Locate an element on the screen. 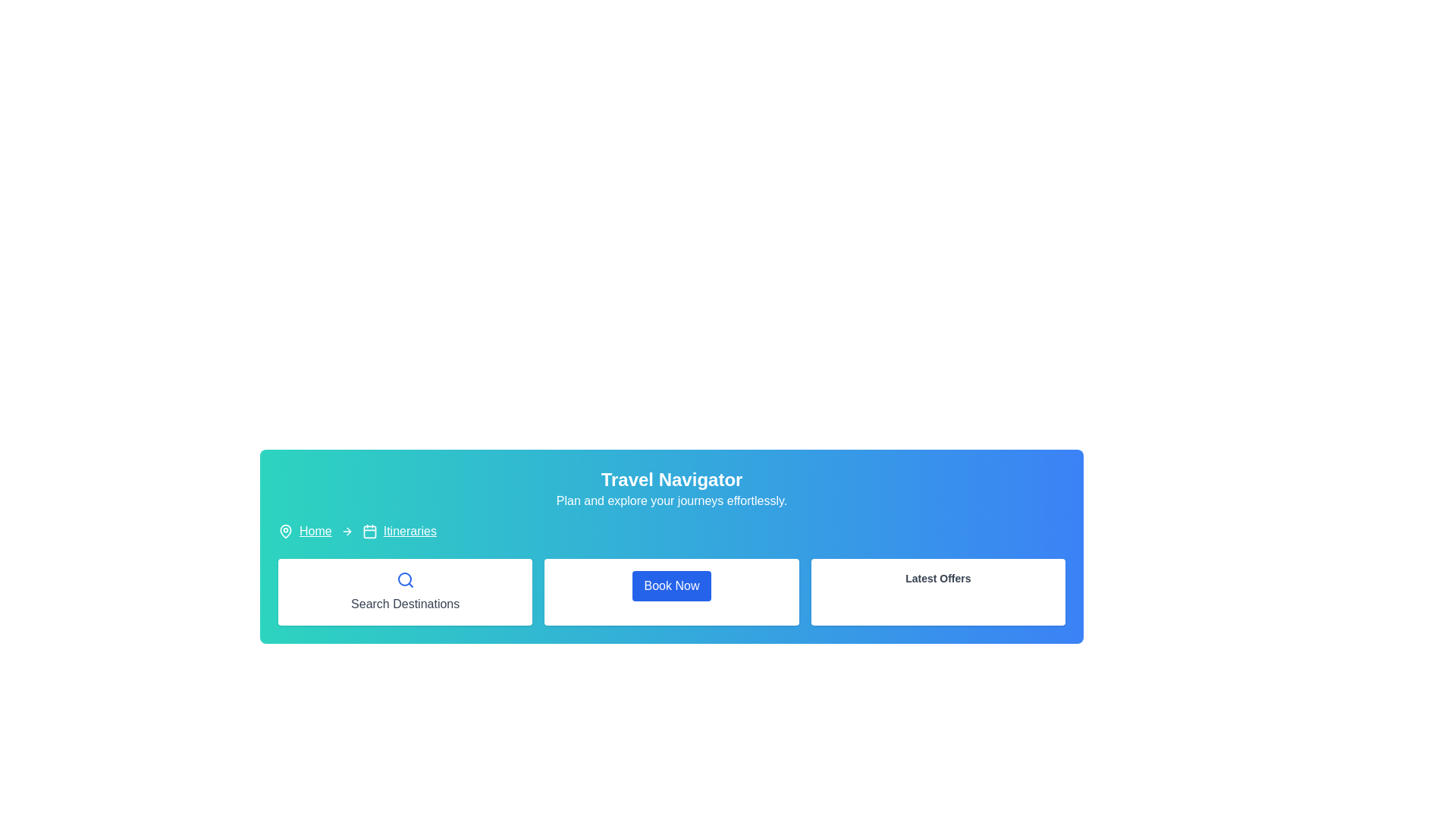 This screenshot has width=1456, height=819. the right-facing arrow SVG icon located in the breadcrumb navigation bar, positioned between the 'Home' and 'Itineraries' links is located at coordinates (346, 531).